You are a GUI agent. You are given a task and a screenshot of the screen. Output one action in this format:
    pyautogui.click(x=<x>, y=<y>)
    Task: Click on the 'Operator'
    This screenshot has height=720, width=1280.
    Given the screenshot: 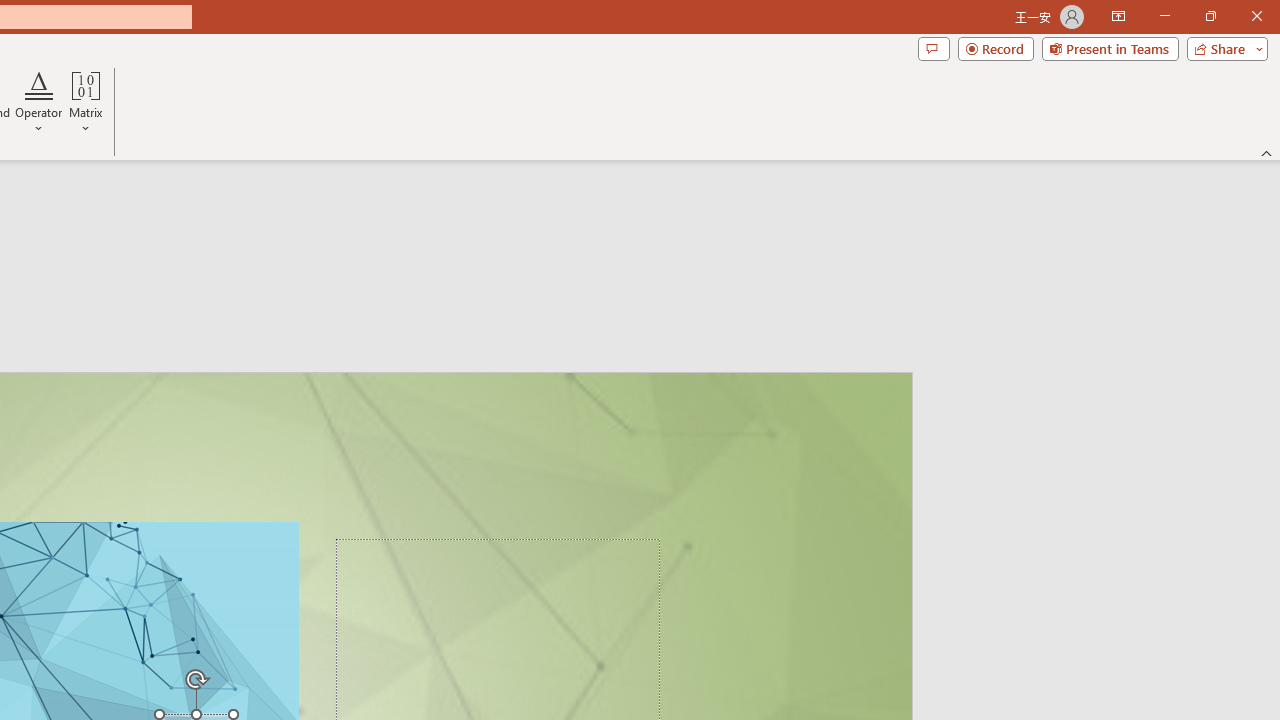 What is the action you would take?
    pyautogui.click(x=39, y=103)
    